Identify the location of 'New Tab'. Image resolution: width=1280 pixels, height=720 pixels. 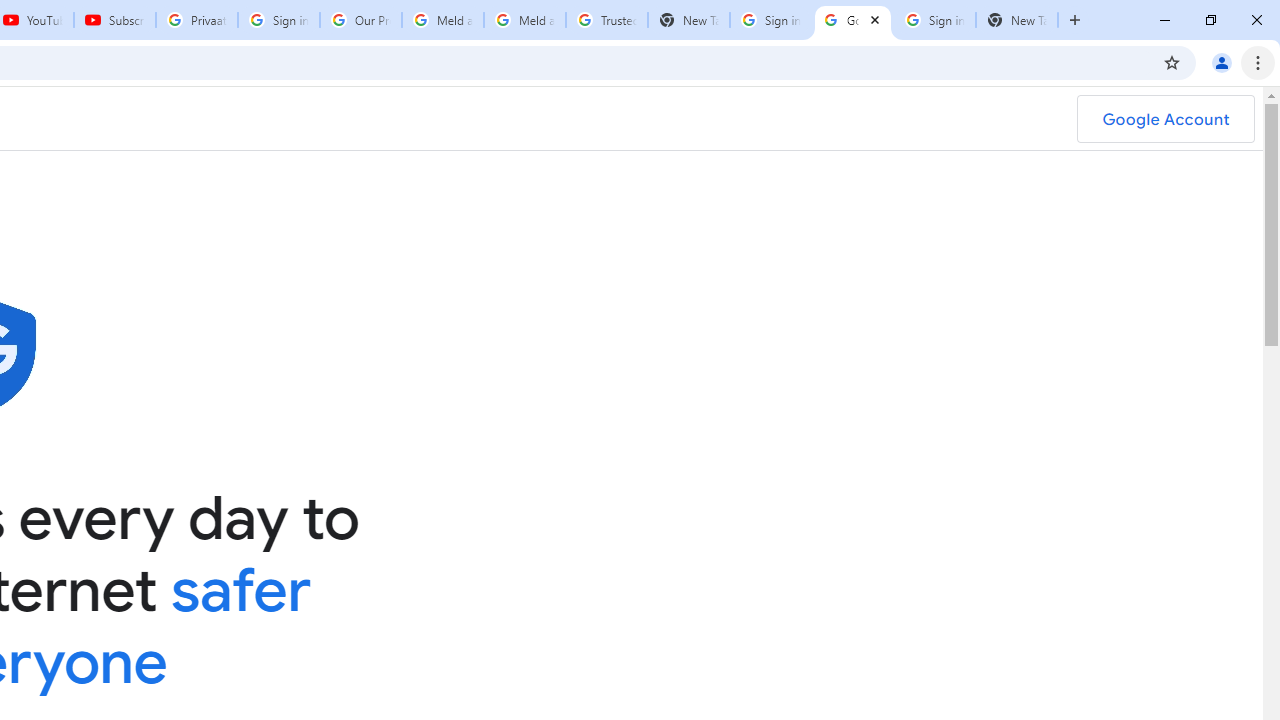
(1016, 20).